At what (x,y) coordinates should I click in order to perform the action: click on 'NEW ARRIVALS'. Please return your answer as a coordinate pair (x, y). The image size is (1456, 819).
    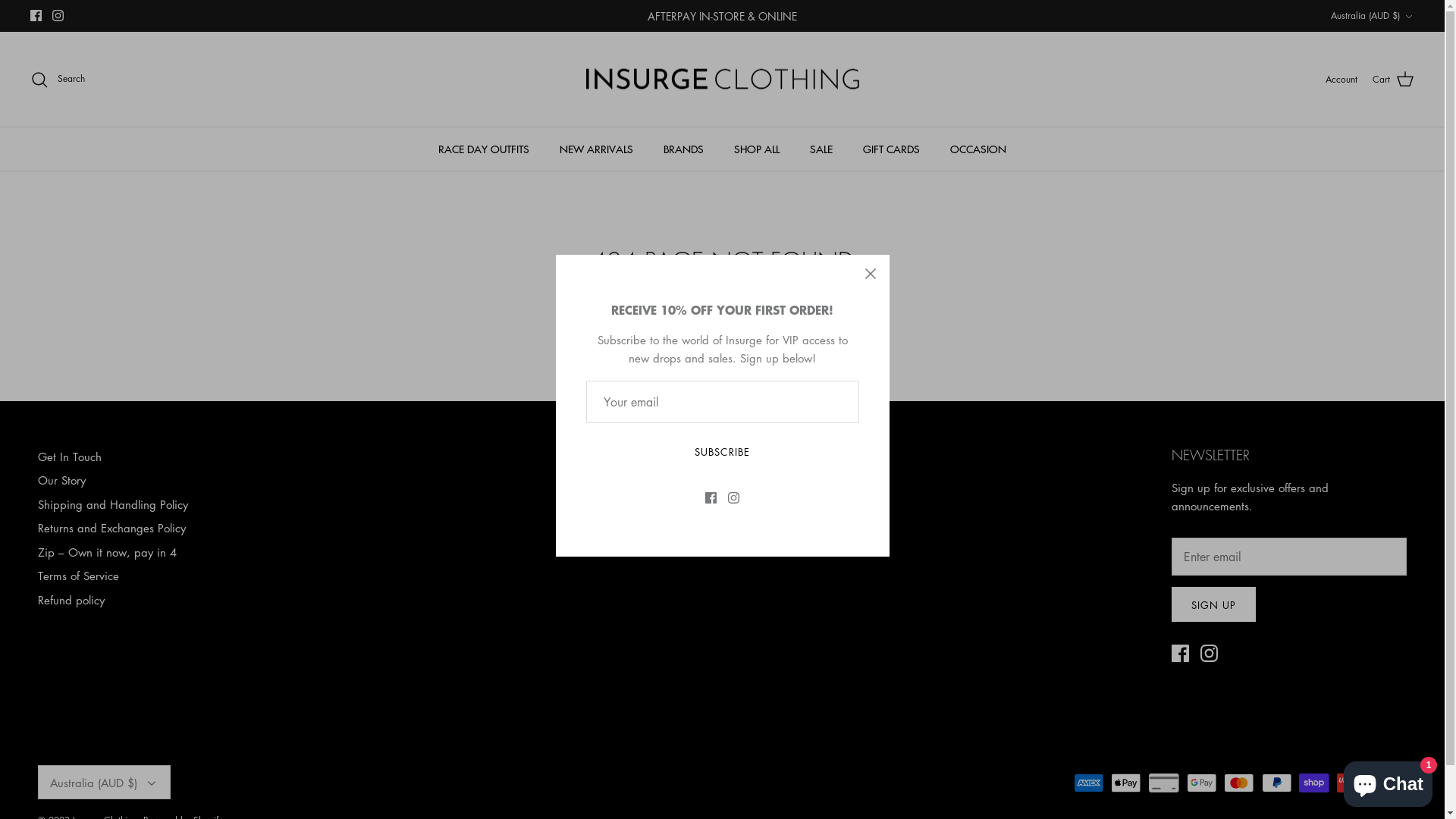
    Looking at the image, I should click on (546, 149).